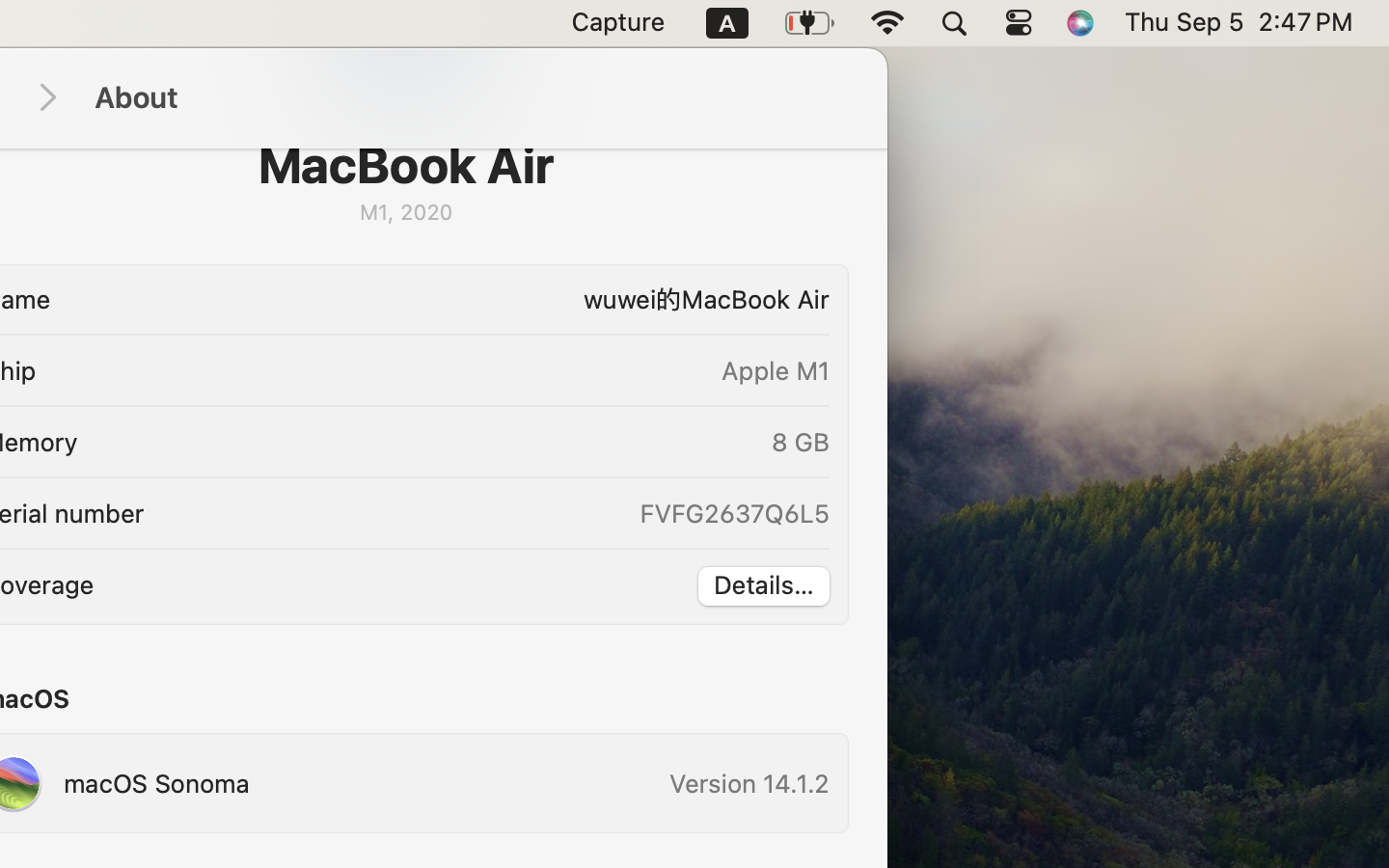 This screenshot has width=1389, height=868. Describe the element at coordinates (446, 297) in the screenshot. I see `'wuwei的MacBook Air'` at that location.